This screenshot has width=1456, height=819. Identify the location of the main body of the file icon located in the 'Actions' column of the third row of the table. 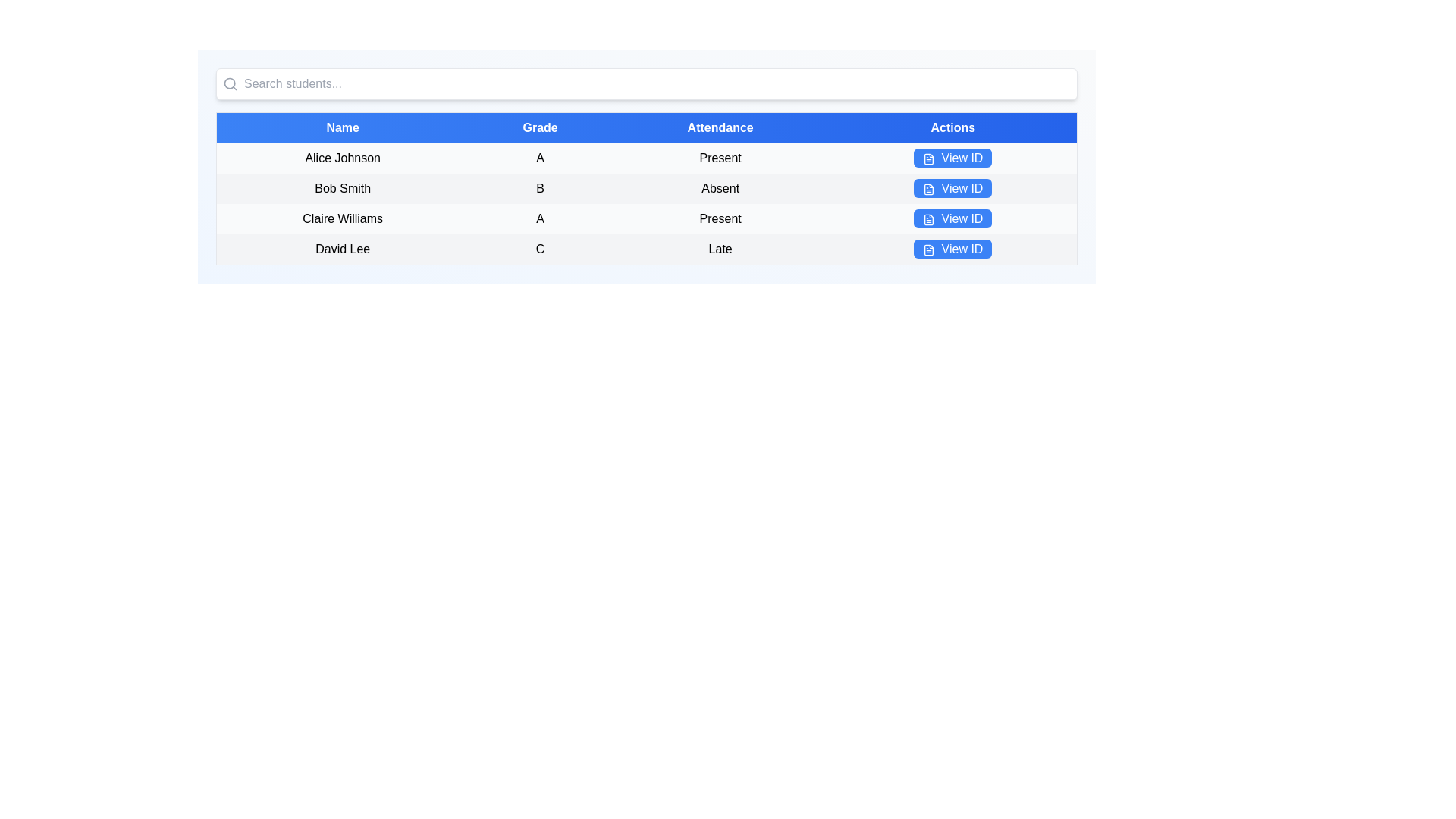
(928, 219).